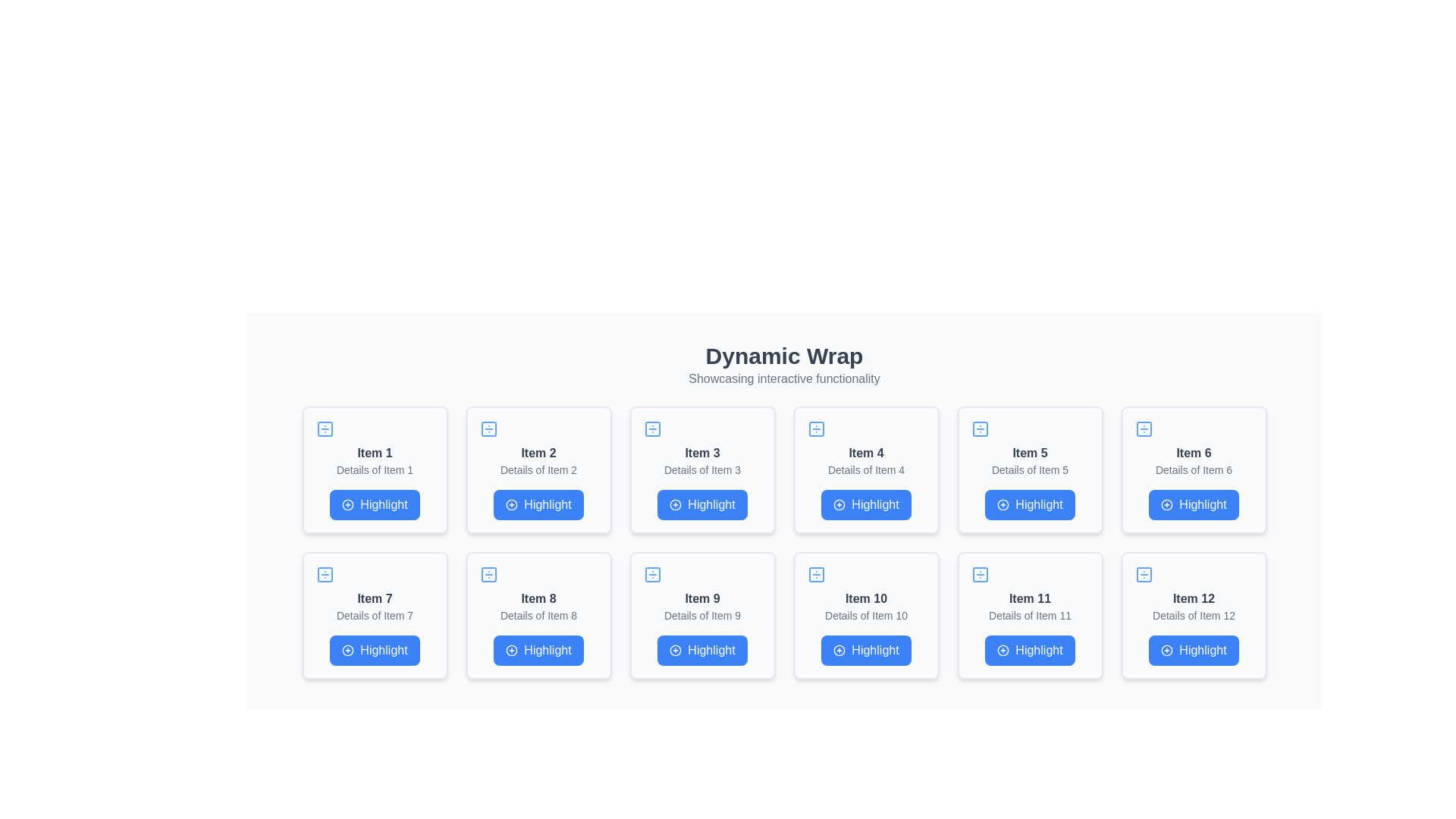 This screenshot has height=819, width=1456. I want to click on the minimalist icon located in the upper-left corner of the card for 'Item 7', positioned directly above the label 'Item 7', so click(324, 575).